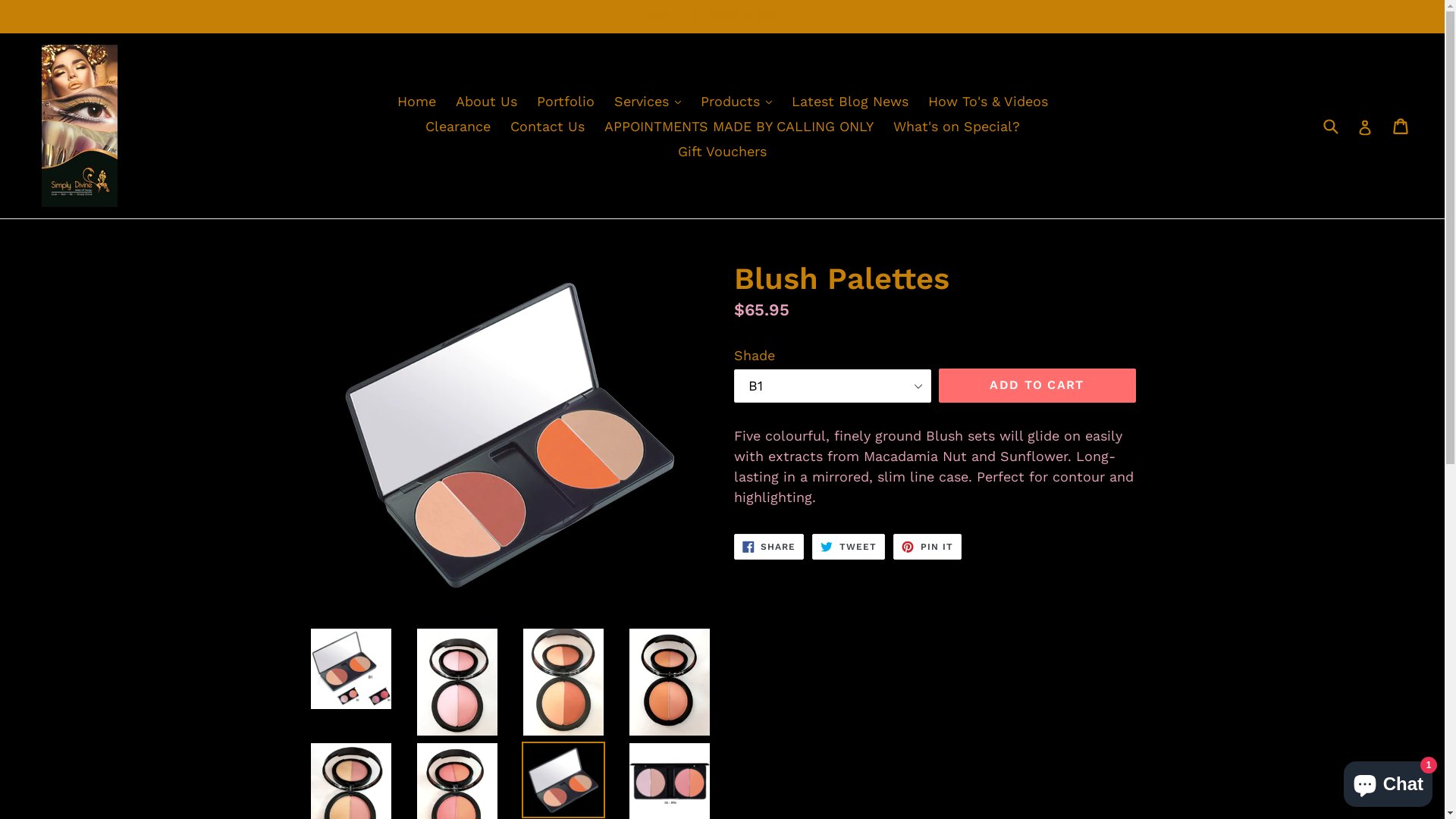 Image resolution: width=1456 pixels, height=819 pixels. Describe the element at coordinates (416, 100) in the screenshot. I see `'Home'` at that location.